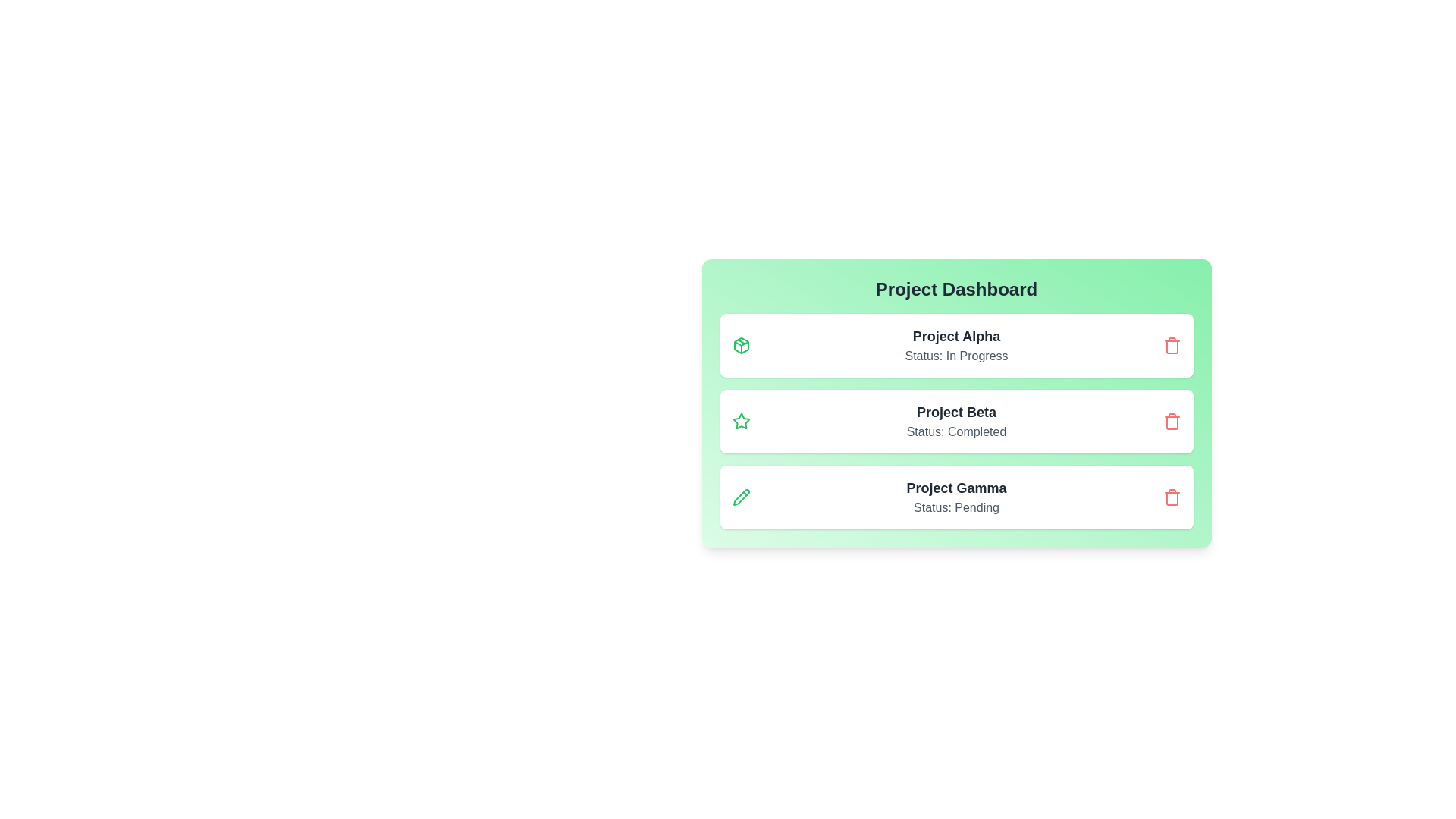 The height and width of the screenshot is (819, 1456). I want to click on the details of the project Project Beta, so click(955, 421).